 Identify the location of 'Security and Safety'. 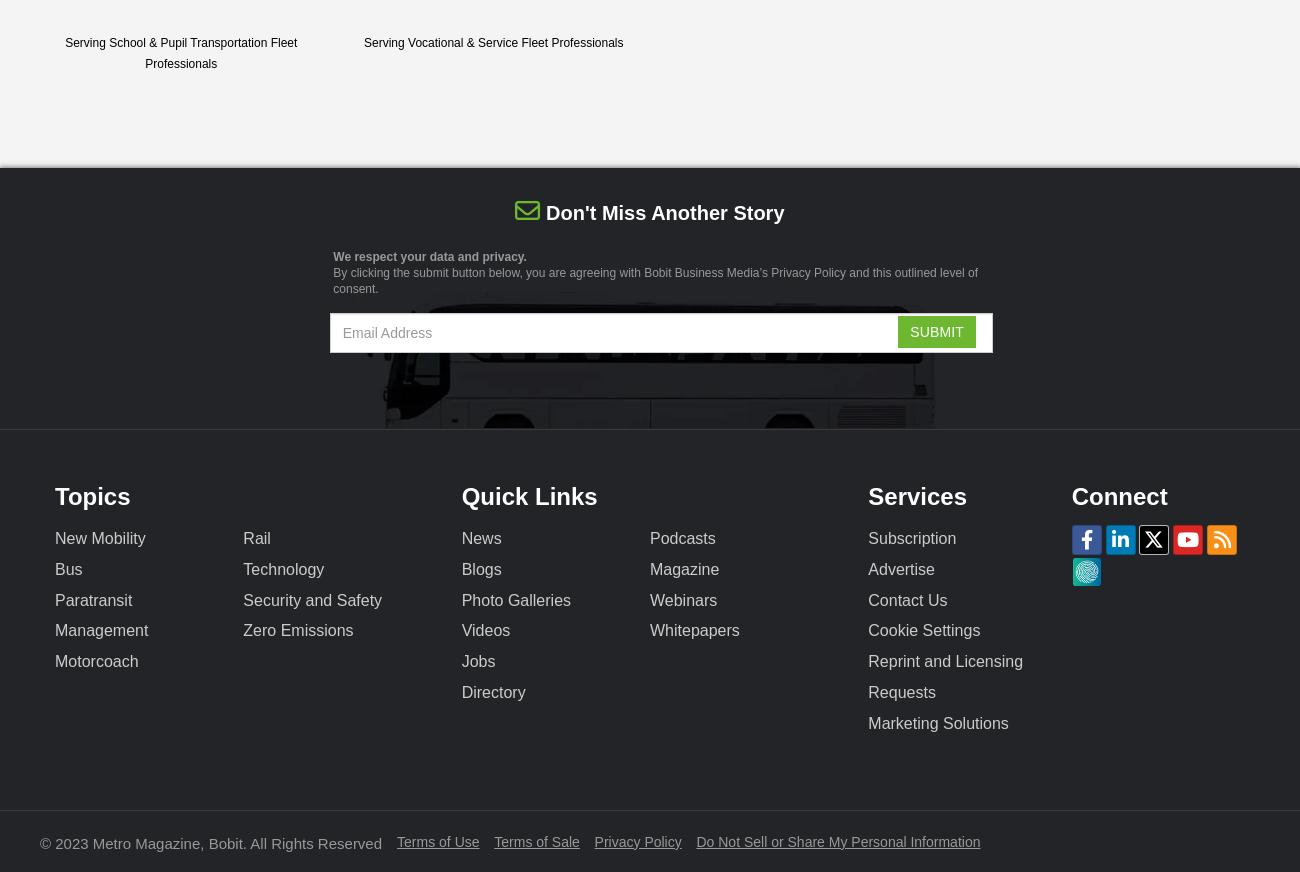
(312, 599).